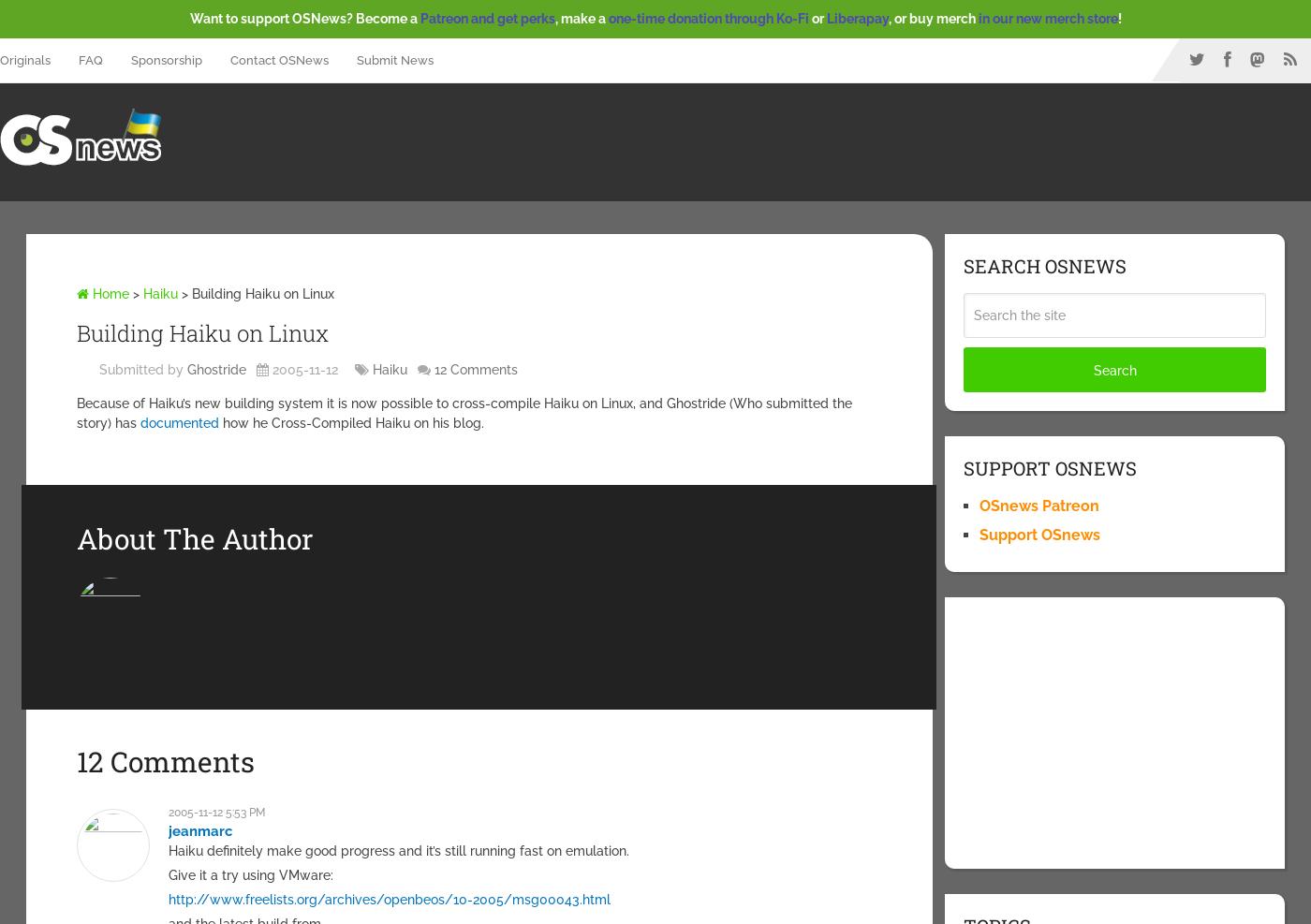  I want to click on 'Want to support OSNews? Become a', so click(303, 18).